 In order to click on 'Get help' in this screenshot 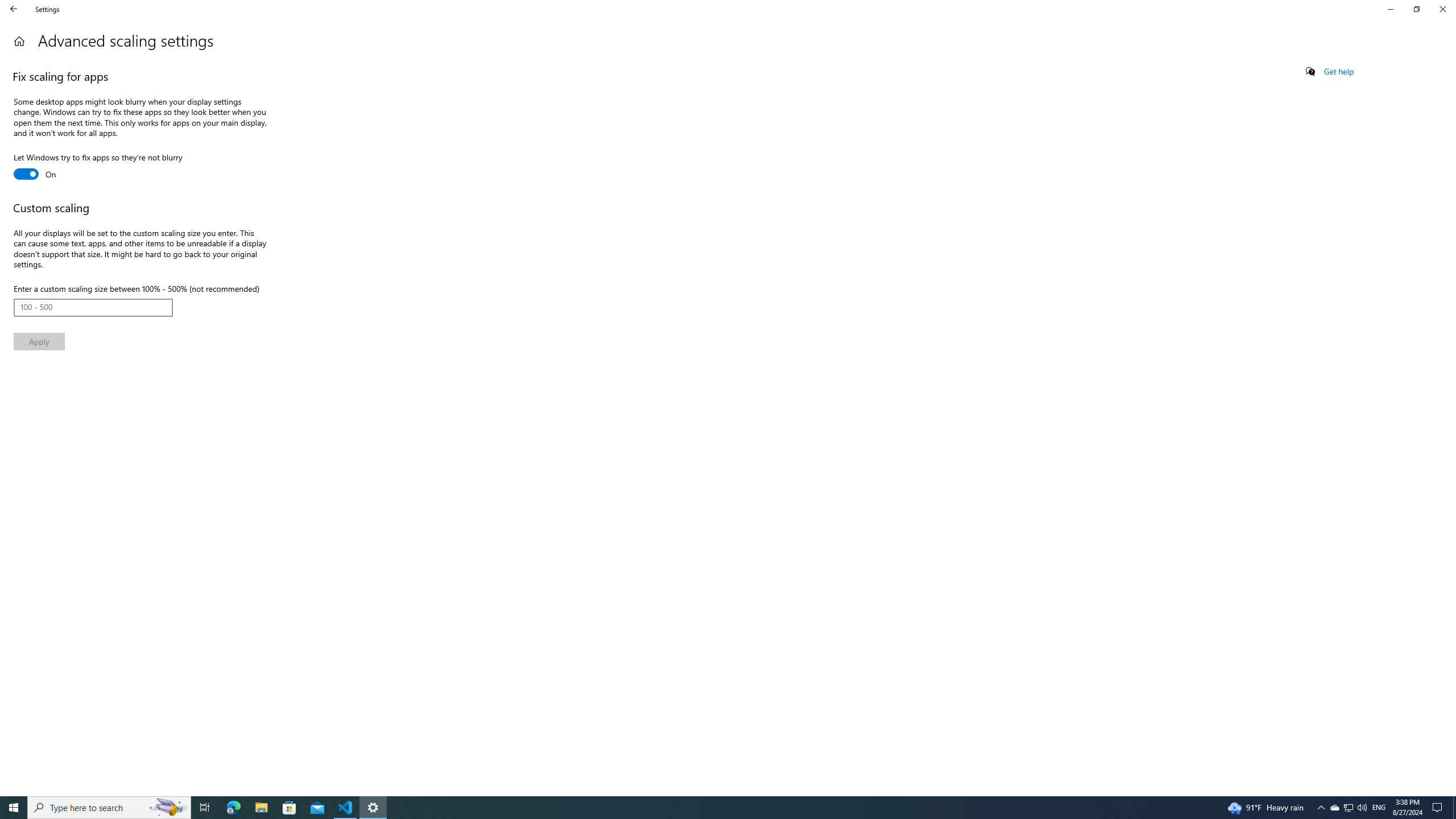, I will do `click(1338, 71)`.